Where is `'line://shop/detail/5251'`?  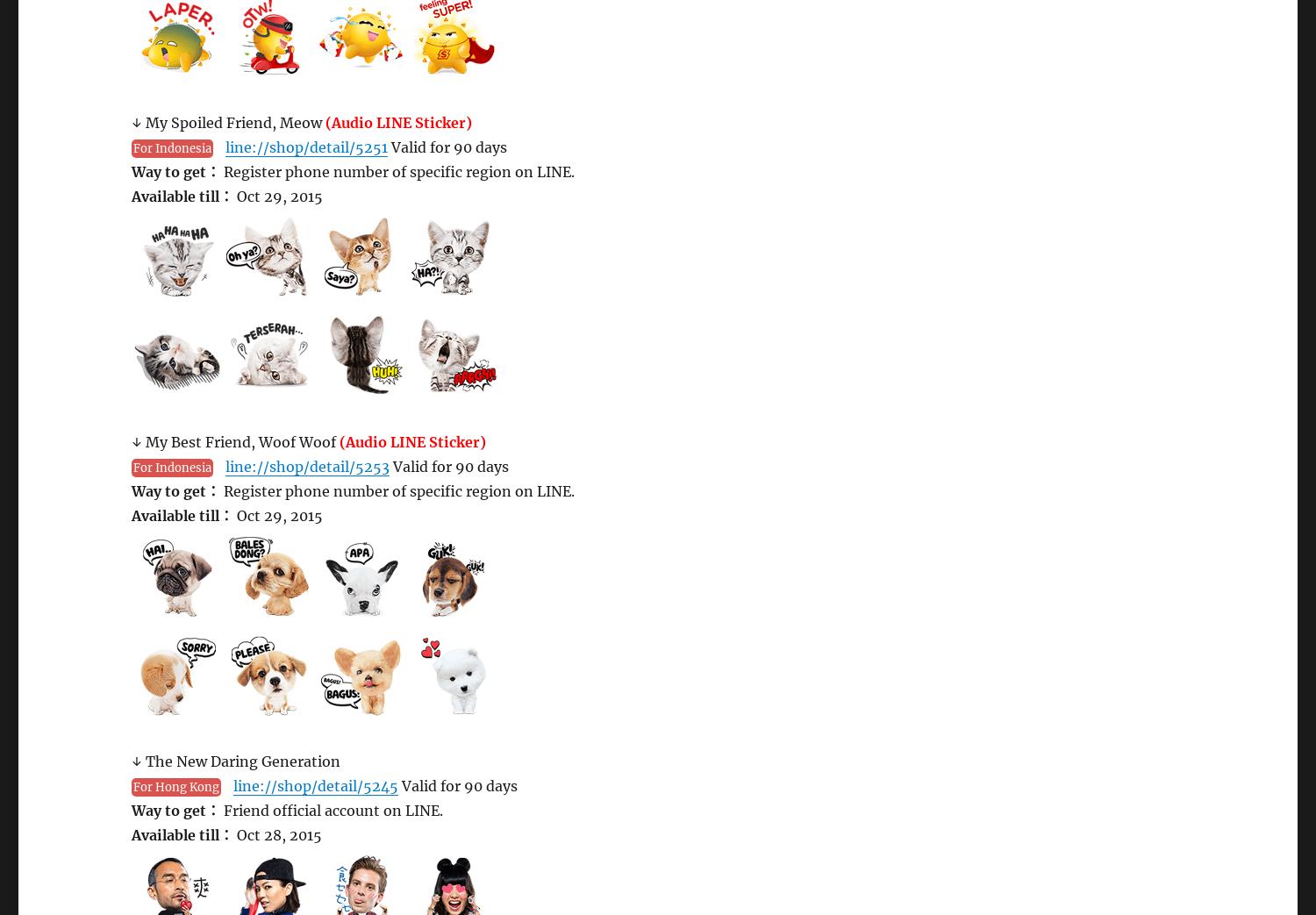
'line://shop/detail/5251' is located at coordinates (305, 147).